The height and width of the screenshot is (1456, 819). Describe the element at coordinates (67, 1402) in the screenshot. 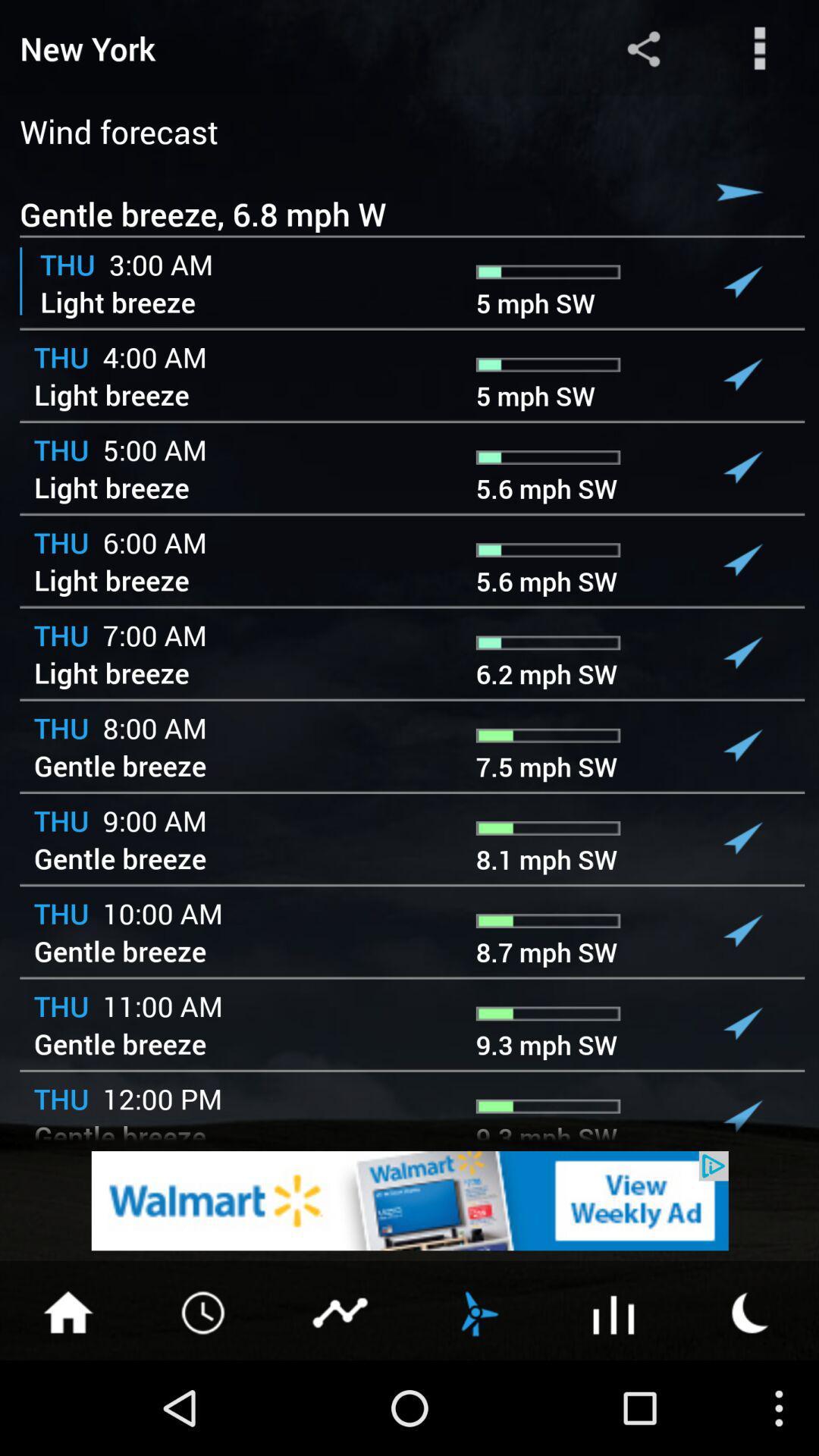

I see `the home icon` at that location.